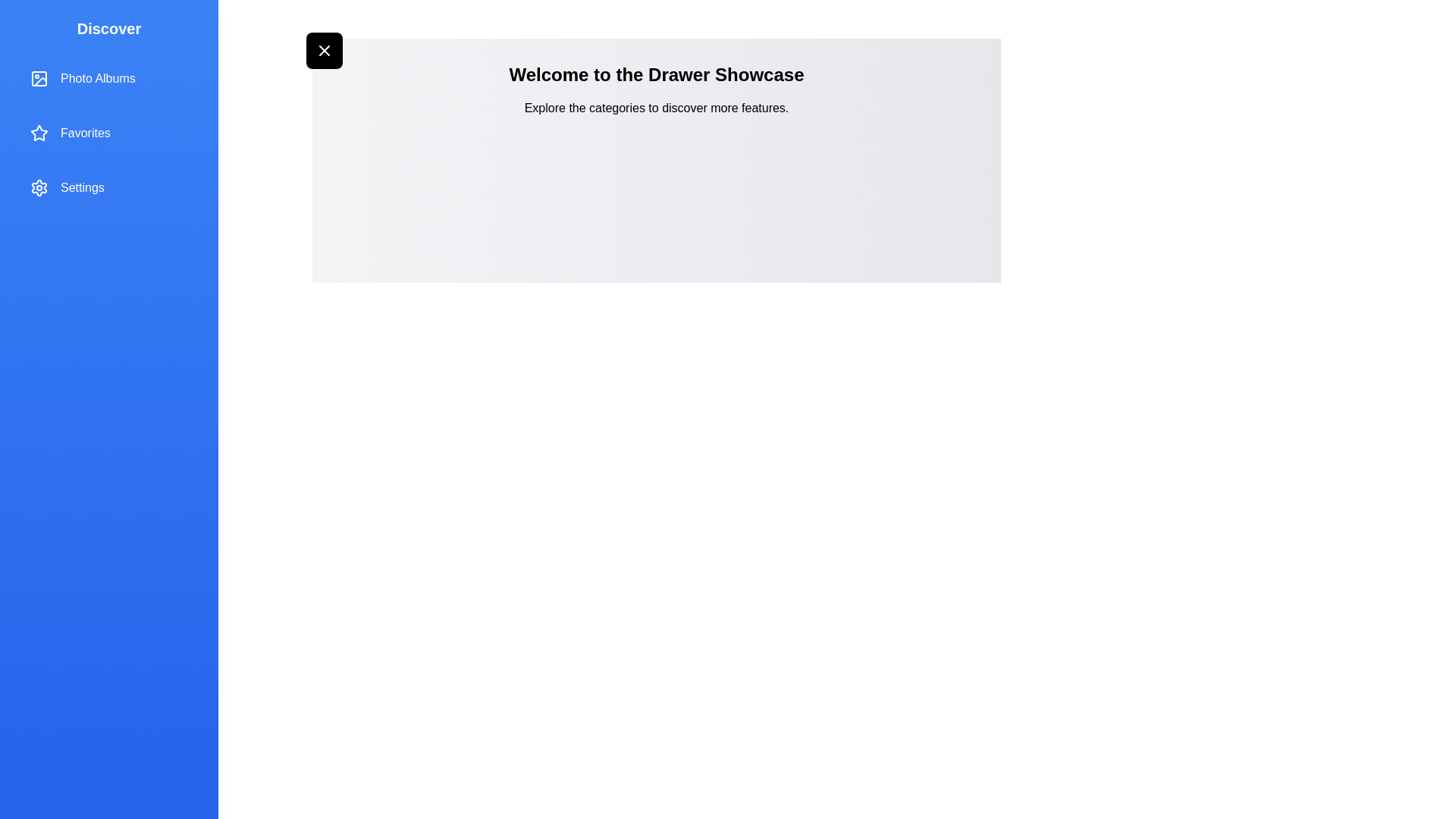 This screenshot has width=1456, height=819. What do you see at coordinates (108, 187) in the screenshot?
I see `the drawer item labeled 'Settings' to select it` at bounding box center [108, 187].